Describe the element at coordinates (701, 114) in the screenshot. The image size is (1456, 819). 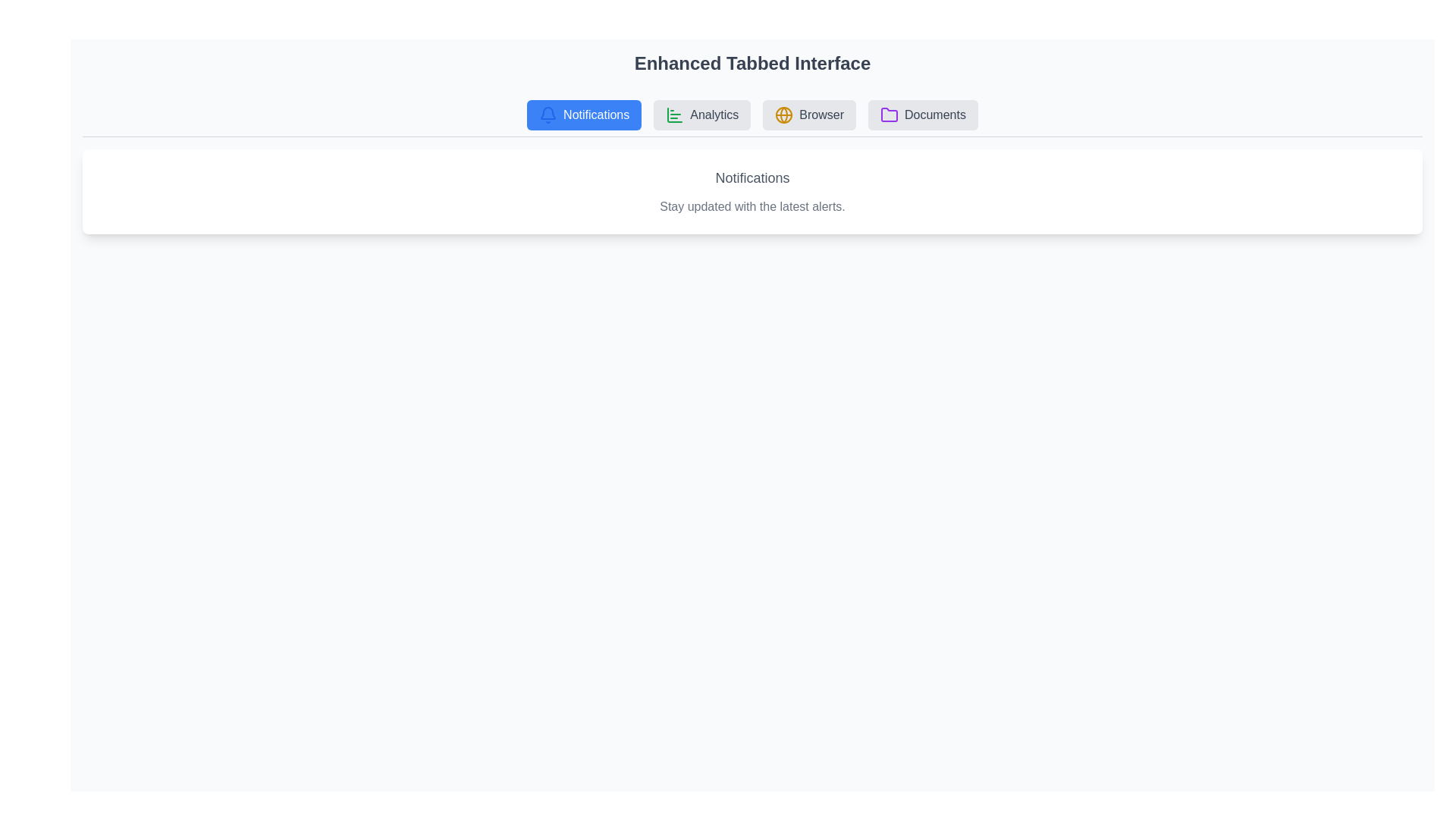
I see `the tab labeled Analytics to observe its hover effect` at that location.